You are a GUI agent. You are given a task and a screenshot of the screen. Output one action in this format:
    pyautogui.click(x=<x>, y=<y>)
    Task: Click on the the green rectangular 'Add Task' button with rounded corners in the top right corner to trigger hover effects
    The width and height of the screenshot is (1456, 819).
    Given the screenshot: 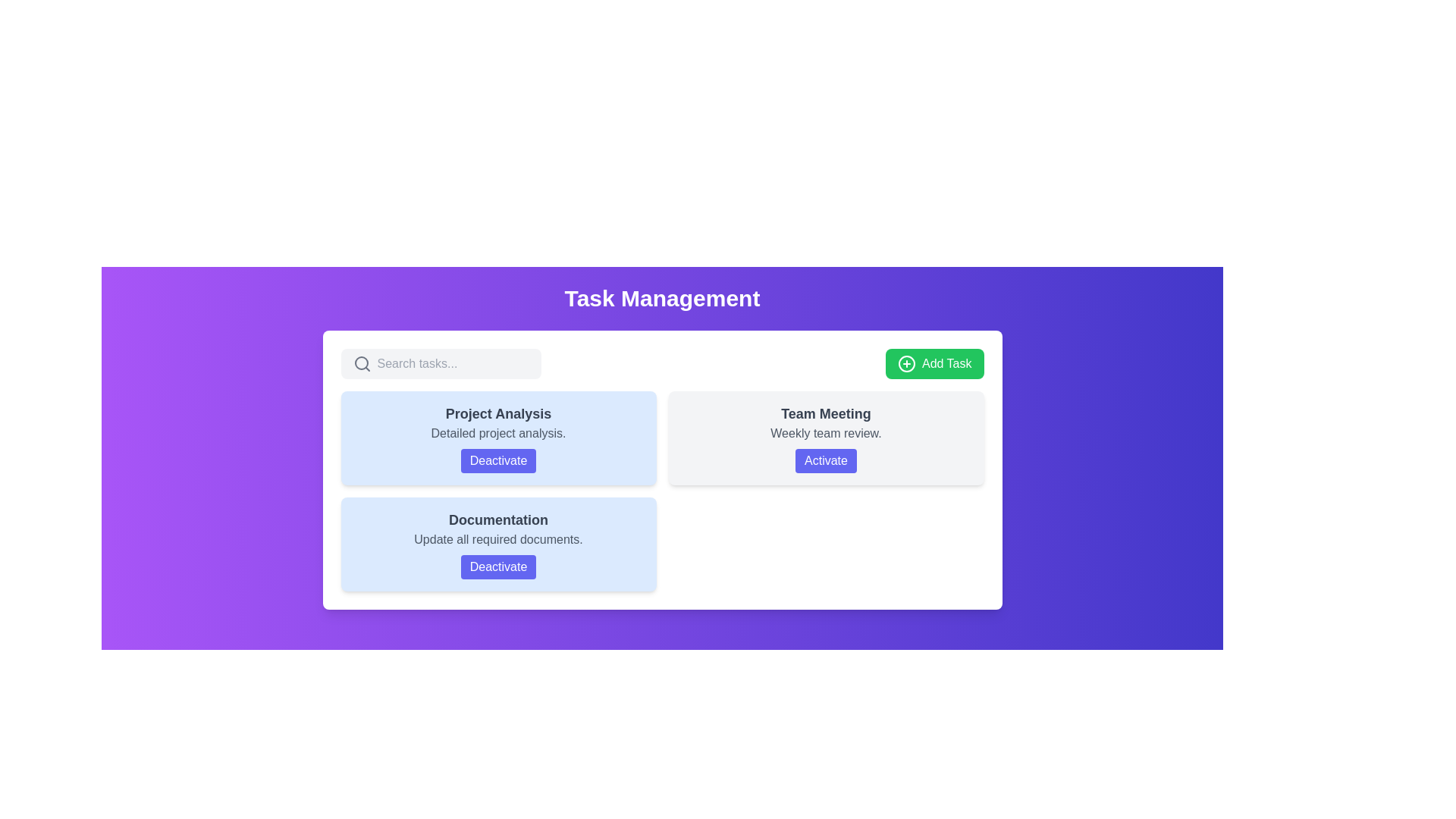 What is the action you would take?
    pyautogui.click(x=934, y=363)
    